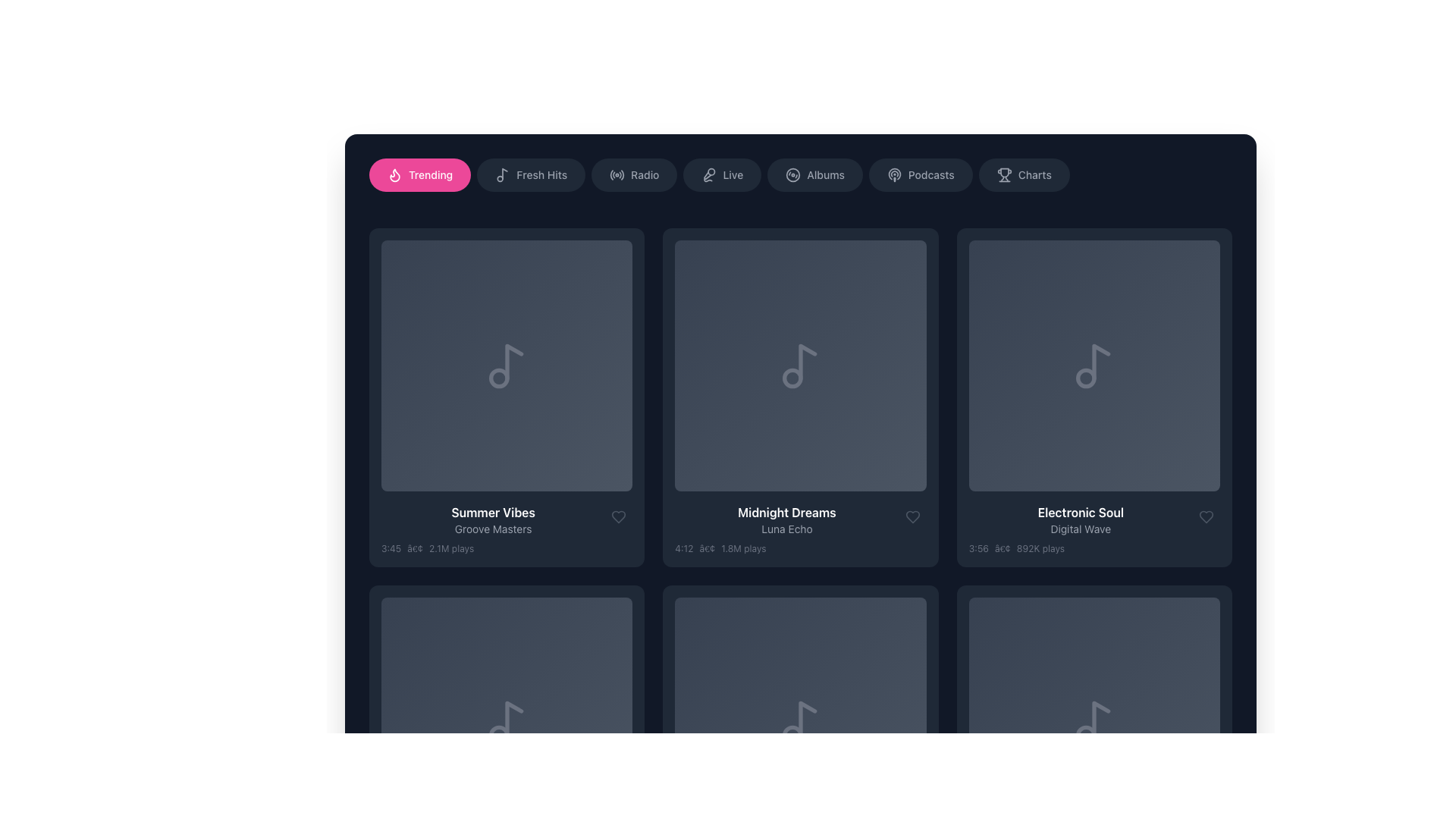  What do you see at coordinates (1085, 377) in the screenshot?
I see `the SVG circle element that is part of the music note icon located in the top area of the 'Electronic Soul' card` at bounding box center [1085, 377].